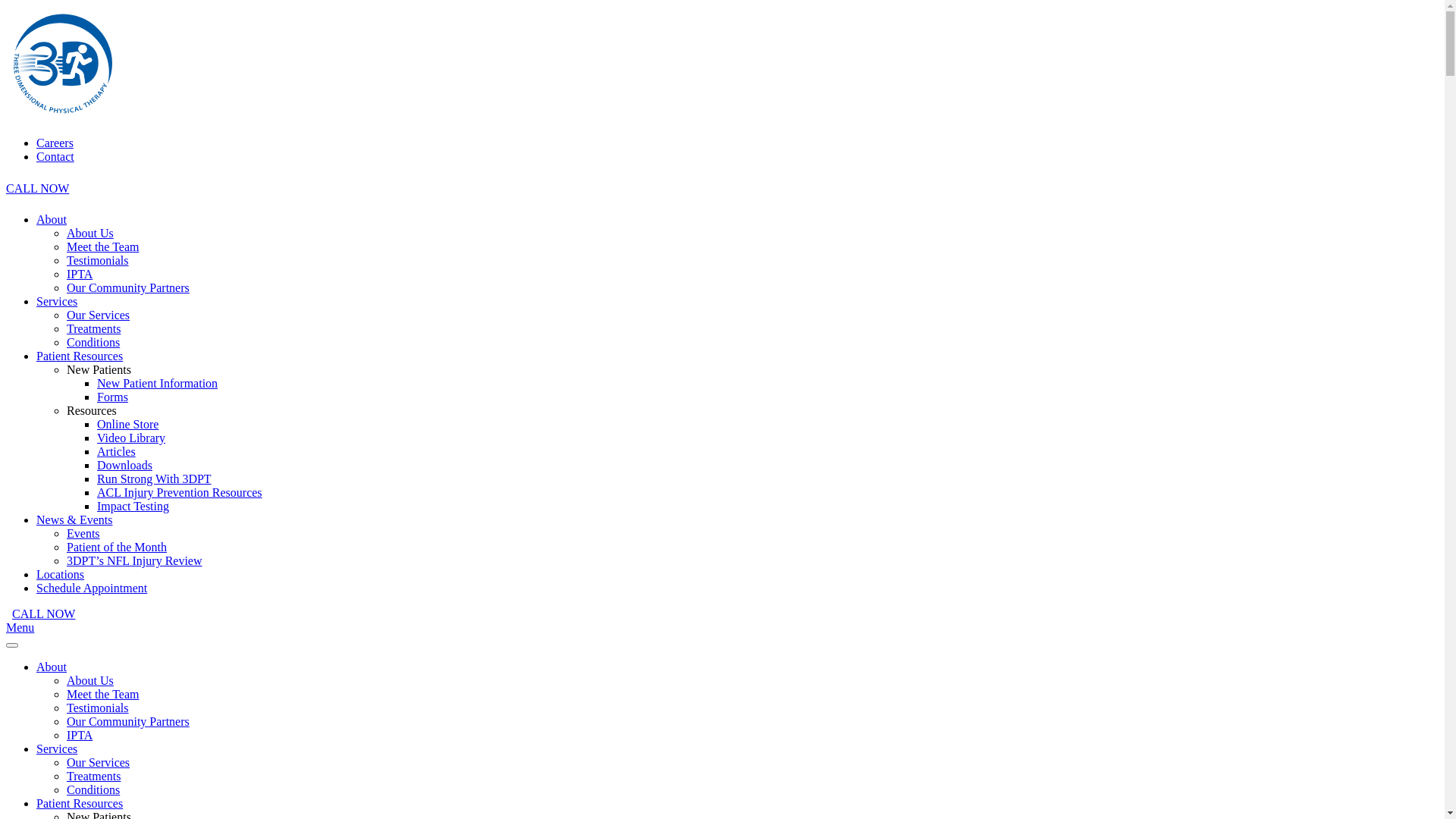  Describe the element at coordinates (36, 156) in the screenshot. I see `'Contact'` at that location.